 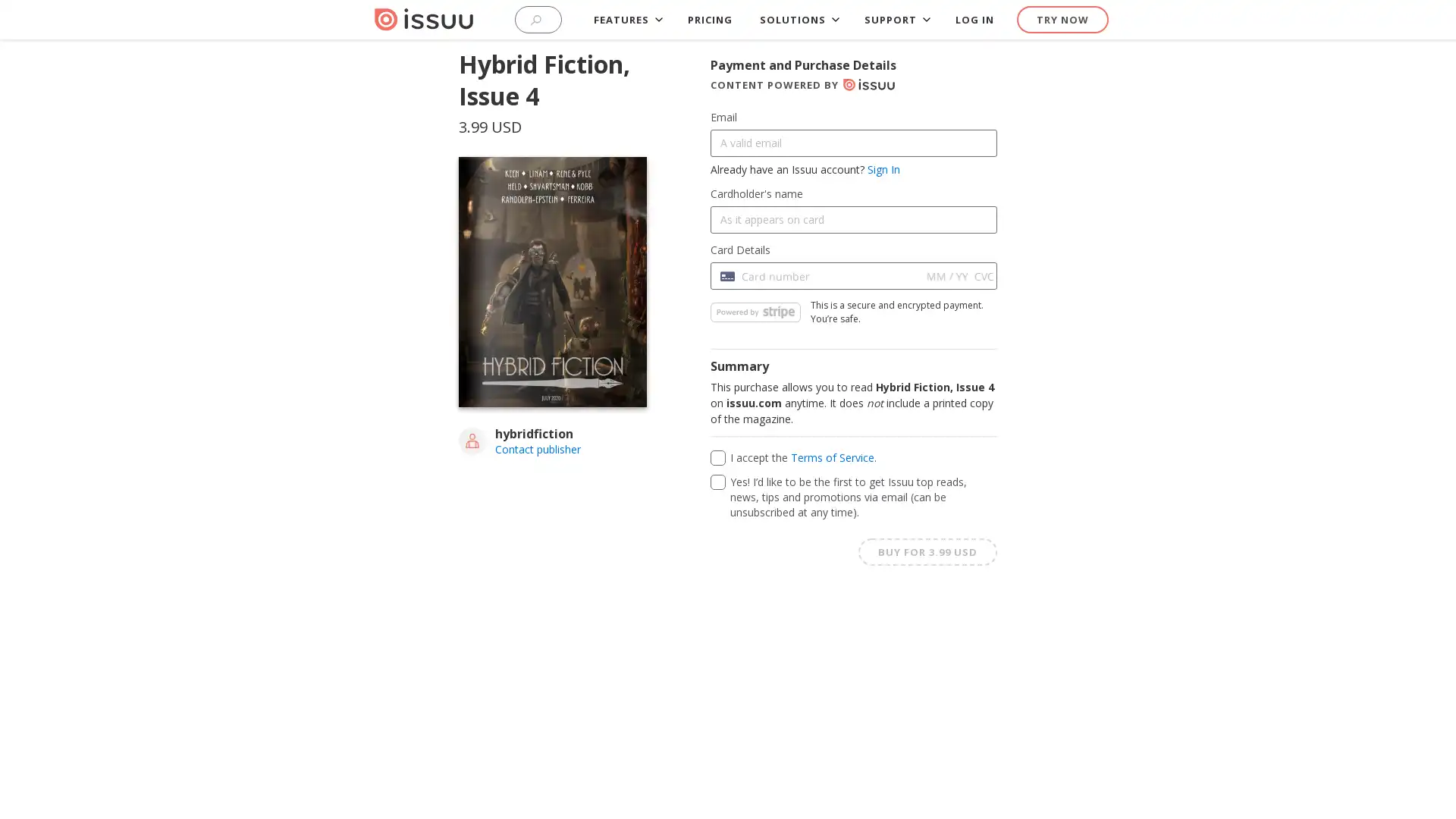 What do you see at coordinates (538, 448) in the screenshot?
I see `Contact publisher` at bounding box center [538, 448].